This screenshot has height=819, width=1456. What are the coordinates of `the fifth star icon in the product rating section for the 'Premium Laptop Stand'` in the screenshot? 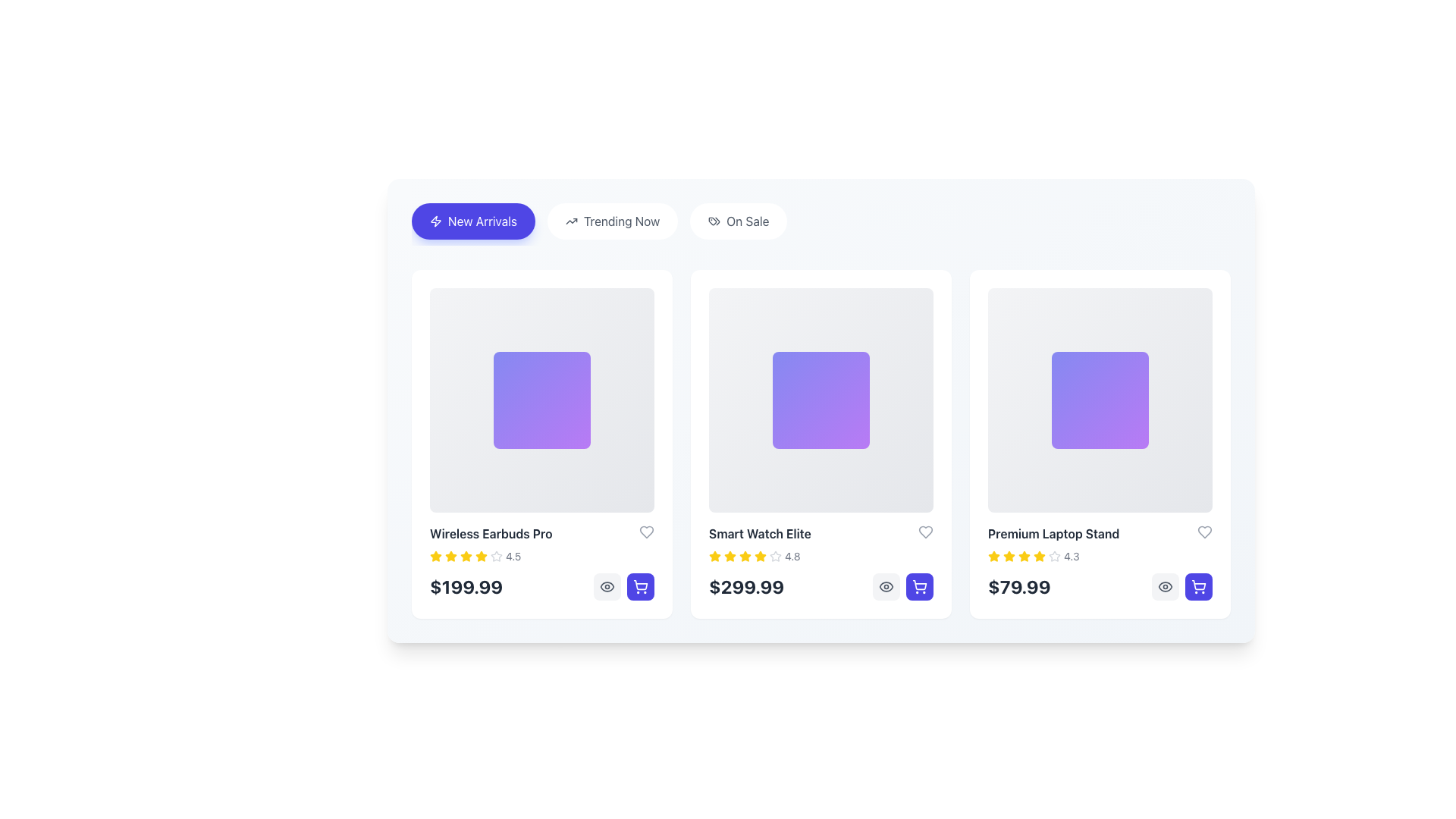 It's located at (1039, 556).